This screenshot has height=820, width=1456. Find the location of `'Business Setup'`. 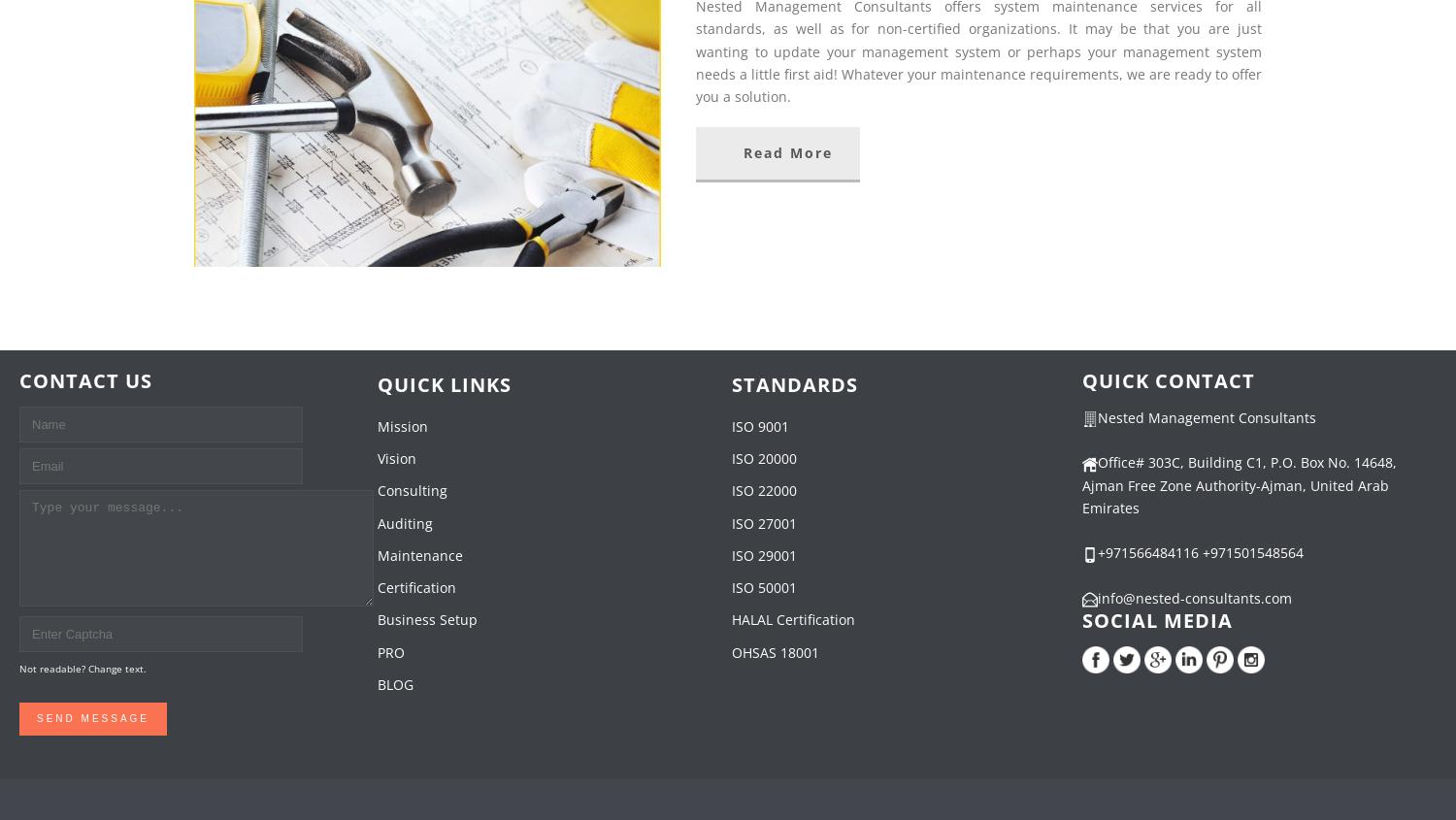

'Business Setup' is located at coordinates (377, 619).